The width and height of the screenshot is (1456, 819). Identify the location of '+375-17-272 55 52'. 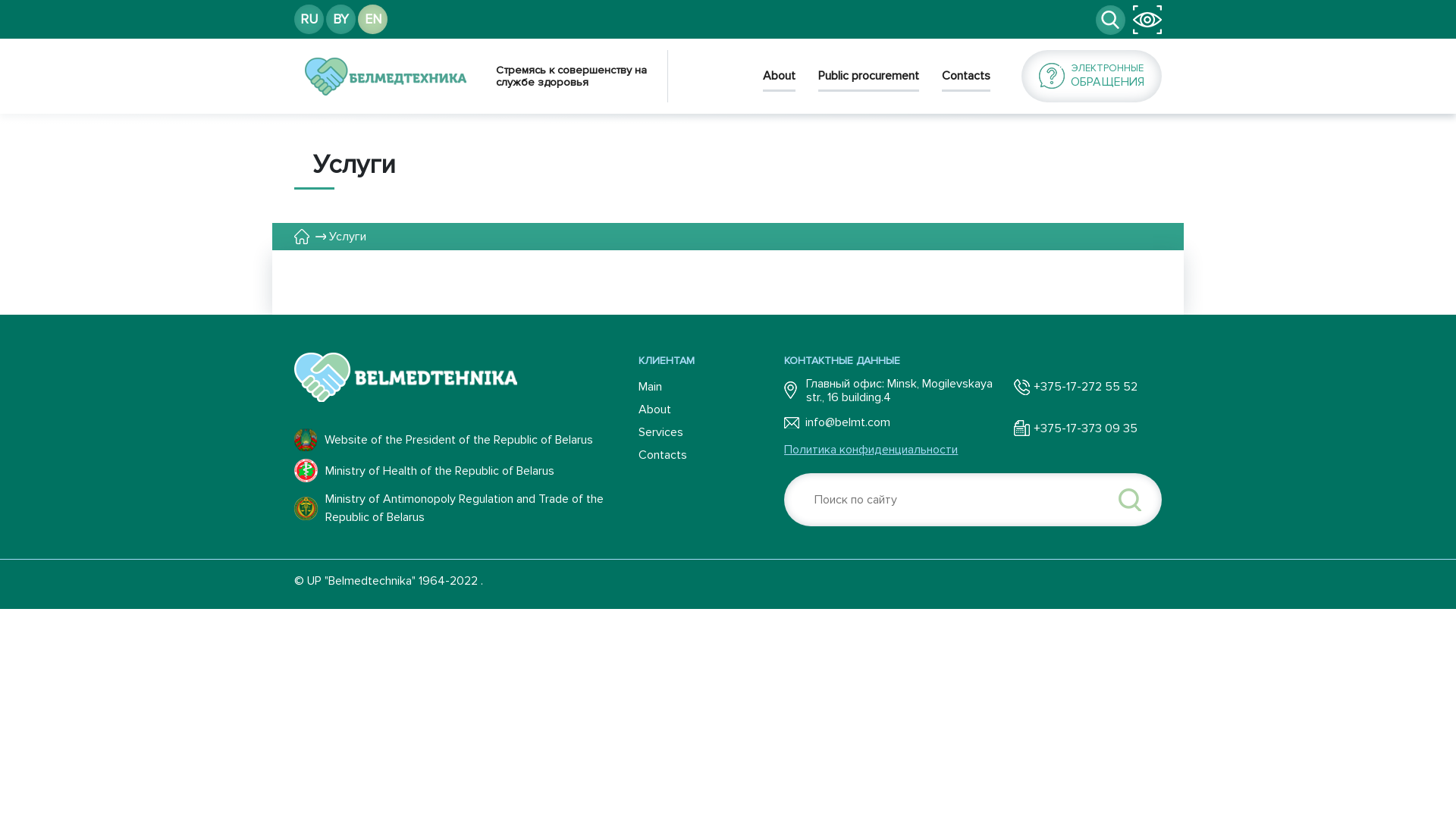
(1075, 385).